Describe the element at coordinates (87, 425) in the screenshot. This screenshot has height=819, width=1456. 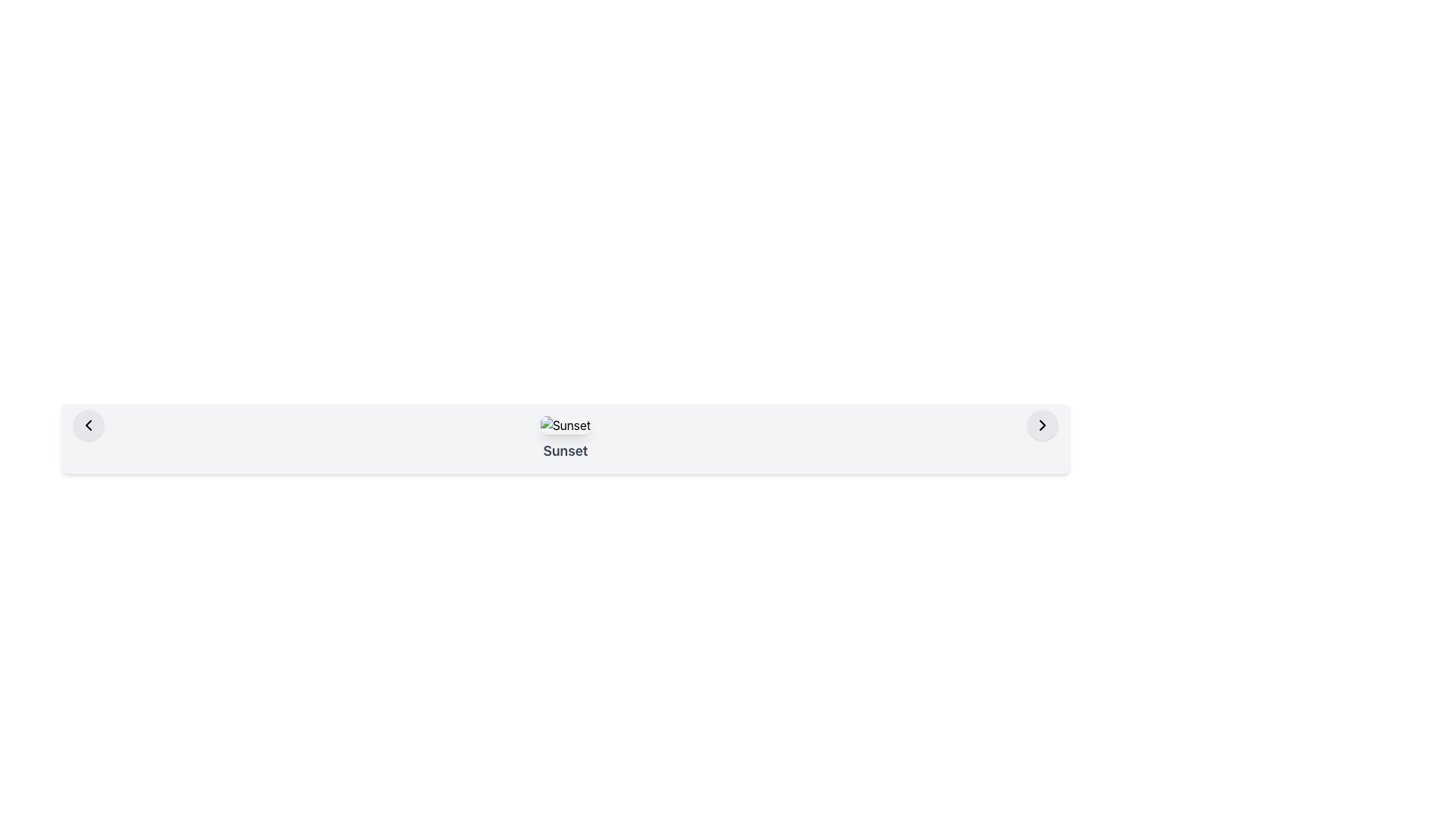
I see `the left arrow icon located at the very left edge of the horizontally-aligned interface component` at that location.